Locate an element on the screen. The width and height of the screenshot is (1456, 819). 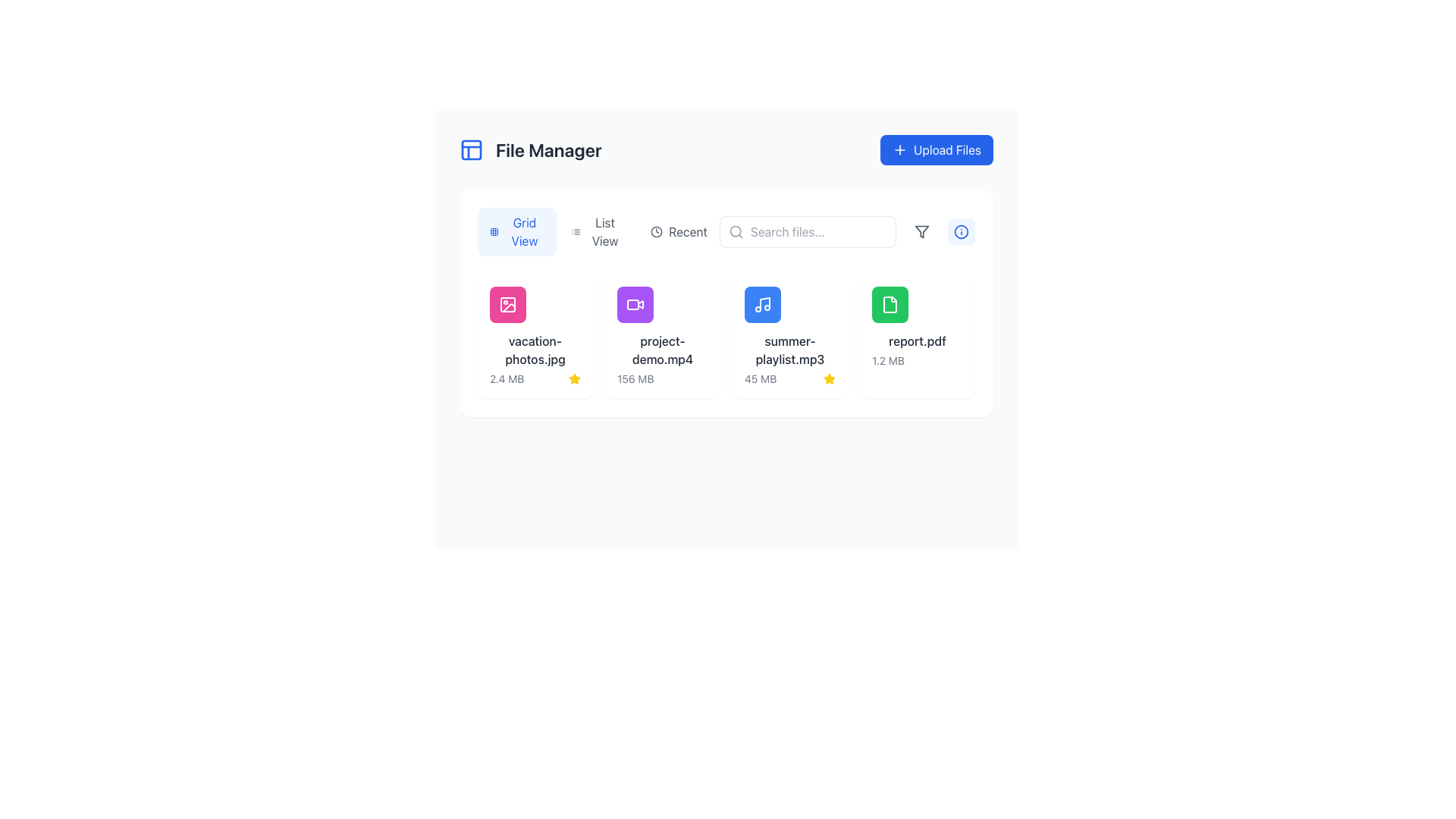
the delete button located at the bottom of the card for the file 'report.pdf' is located at coordinates (949, 376).